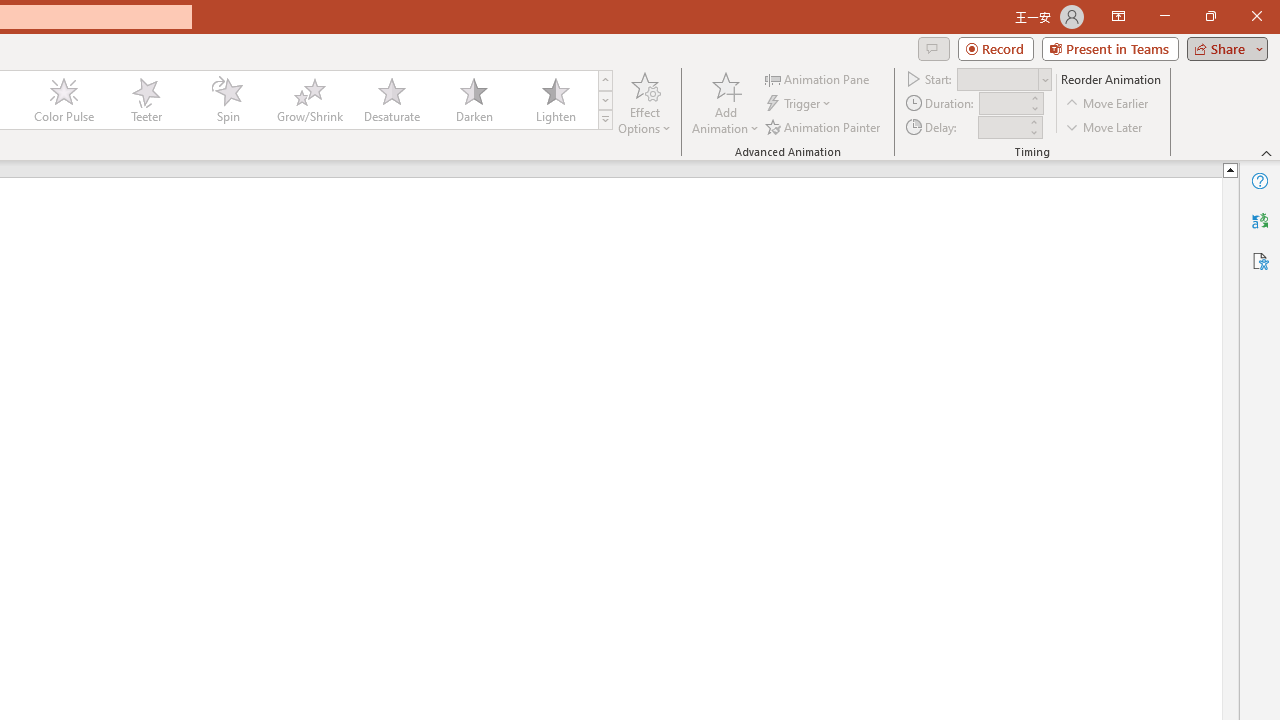 The width and height of the screenshot is (1280, 720). I want to click on 'Collapse the Ribbon', so click(1266, 152).